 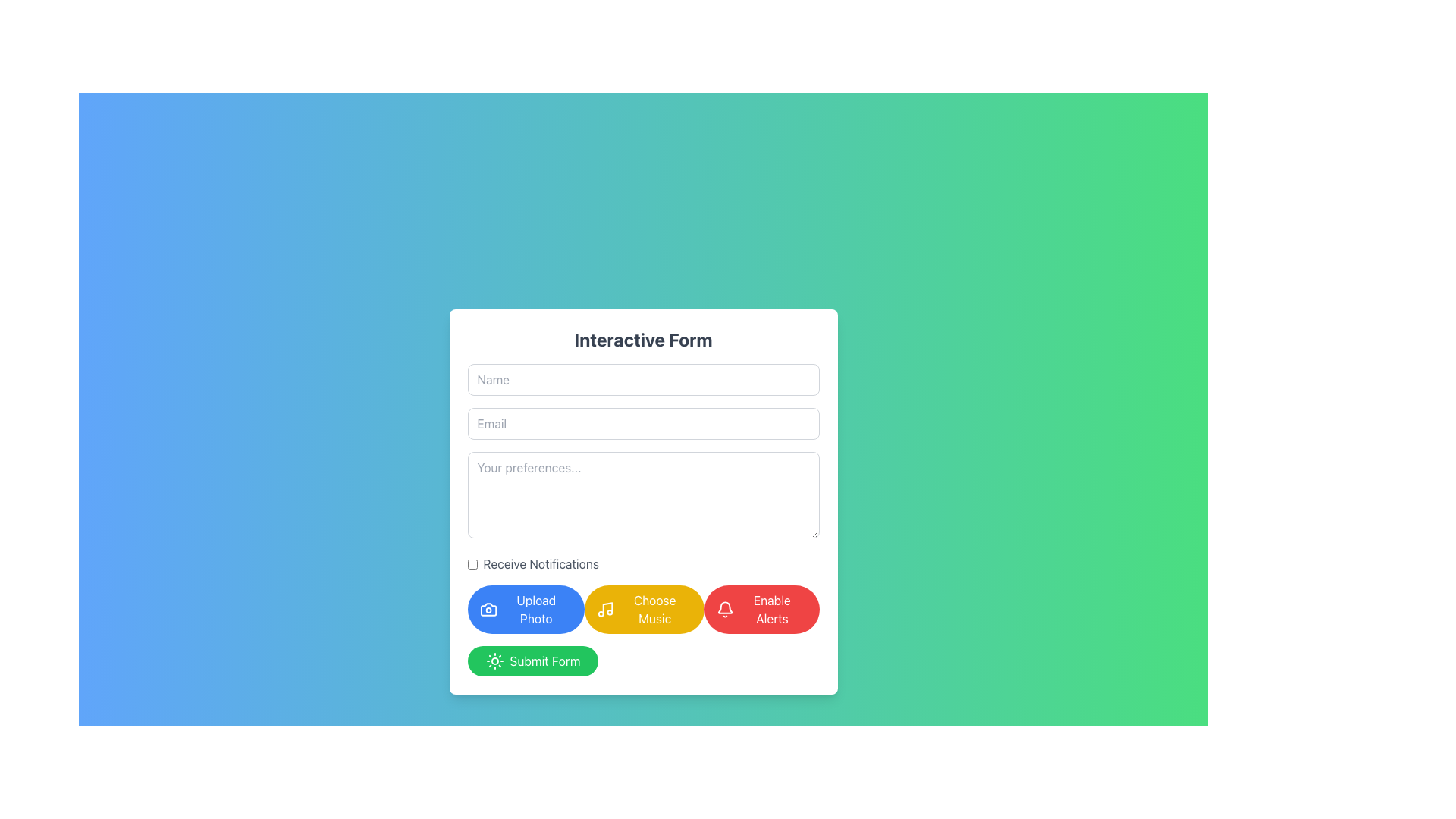 I want to click on the 'Upload Photo' button that contains the camera icon, which is located in the lower section of the form, so click(x=488, y=608).